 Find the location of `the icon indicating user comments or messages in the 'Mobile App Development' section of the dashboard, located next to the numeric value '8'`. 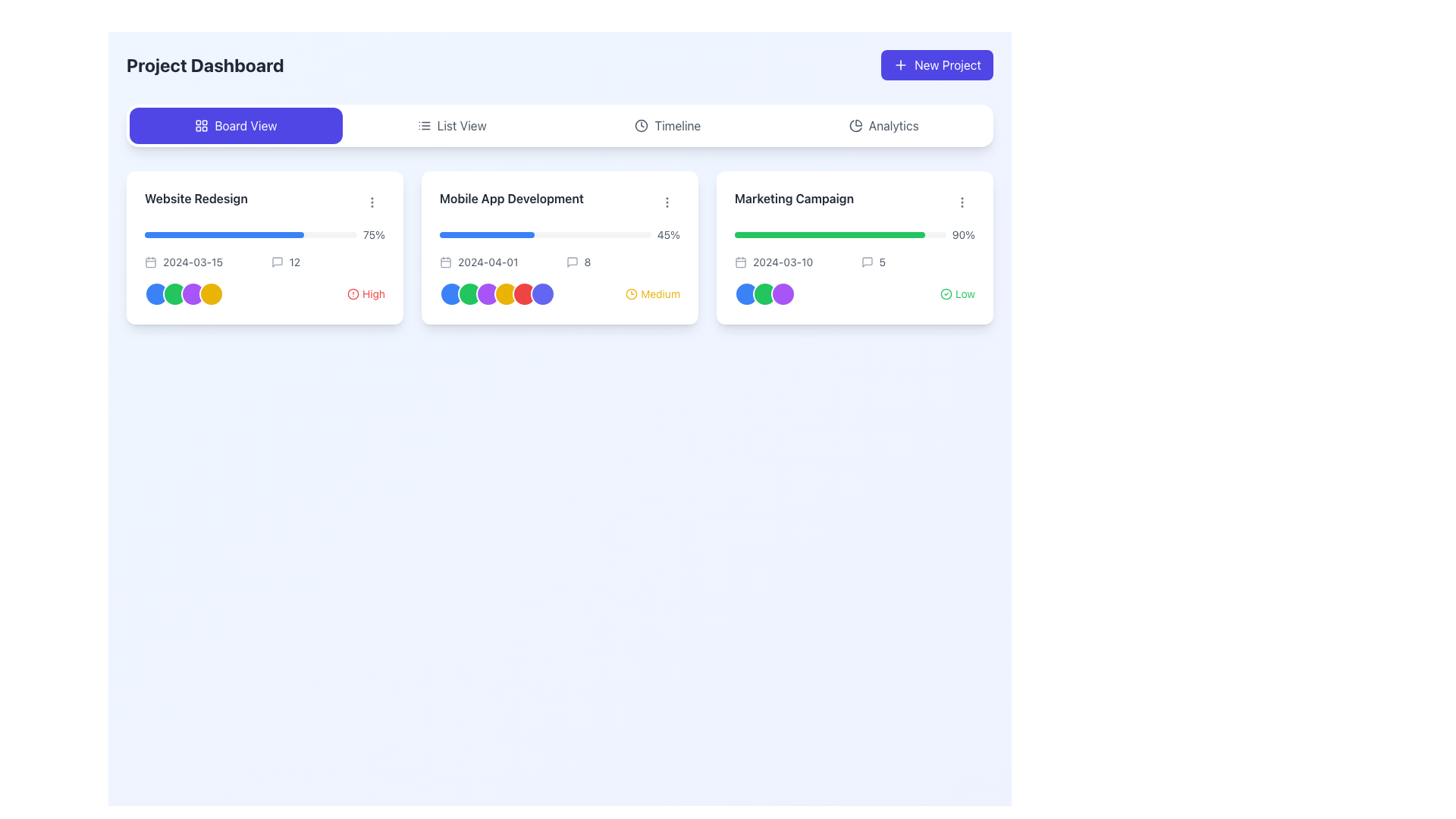

the icon indicating user comments or messages in the 'Mobile App Development' section of the dashboard, located next to the numeric value '8' is located at coordinates (571, 262).